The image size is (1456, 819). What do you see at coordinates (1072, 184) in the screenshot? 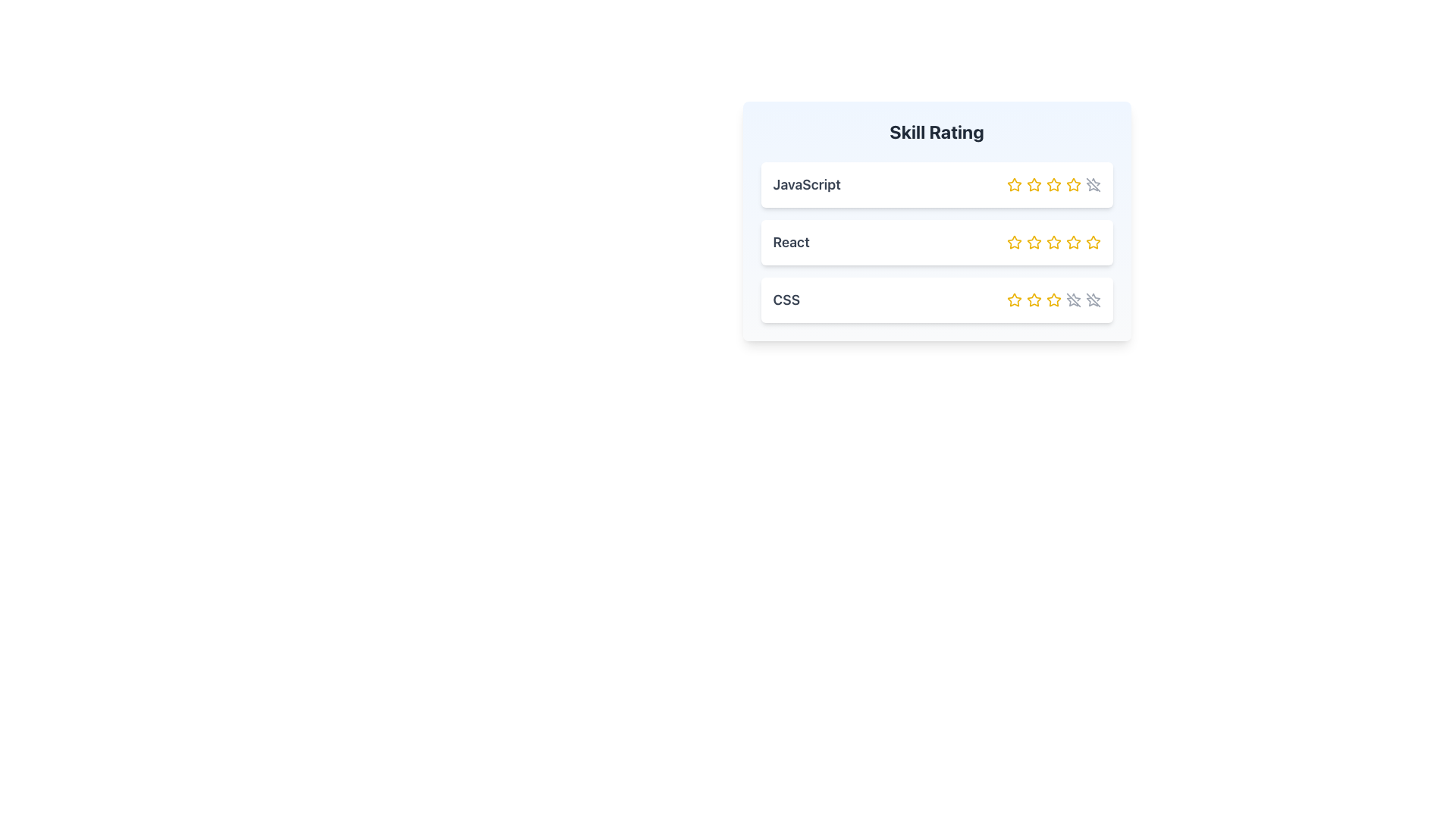
I see `the fourth star icon in the 'Skill Rating' section` at bounding box center [1072, 184].